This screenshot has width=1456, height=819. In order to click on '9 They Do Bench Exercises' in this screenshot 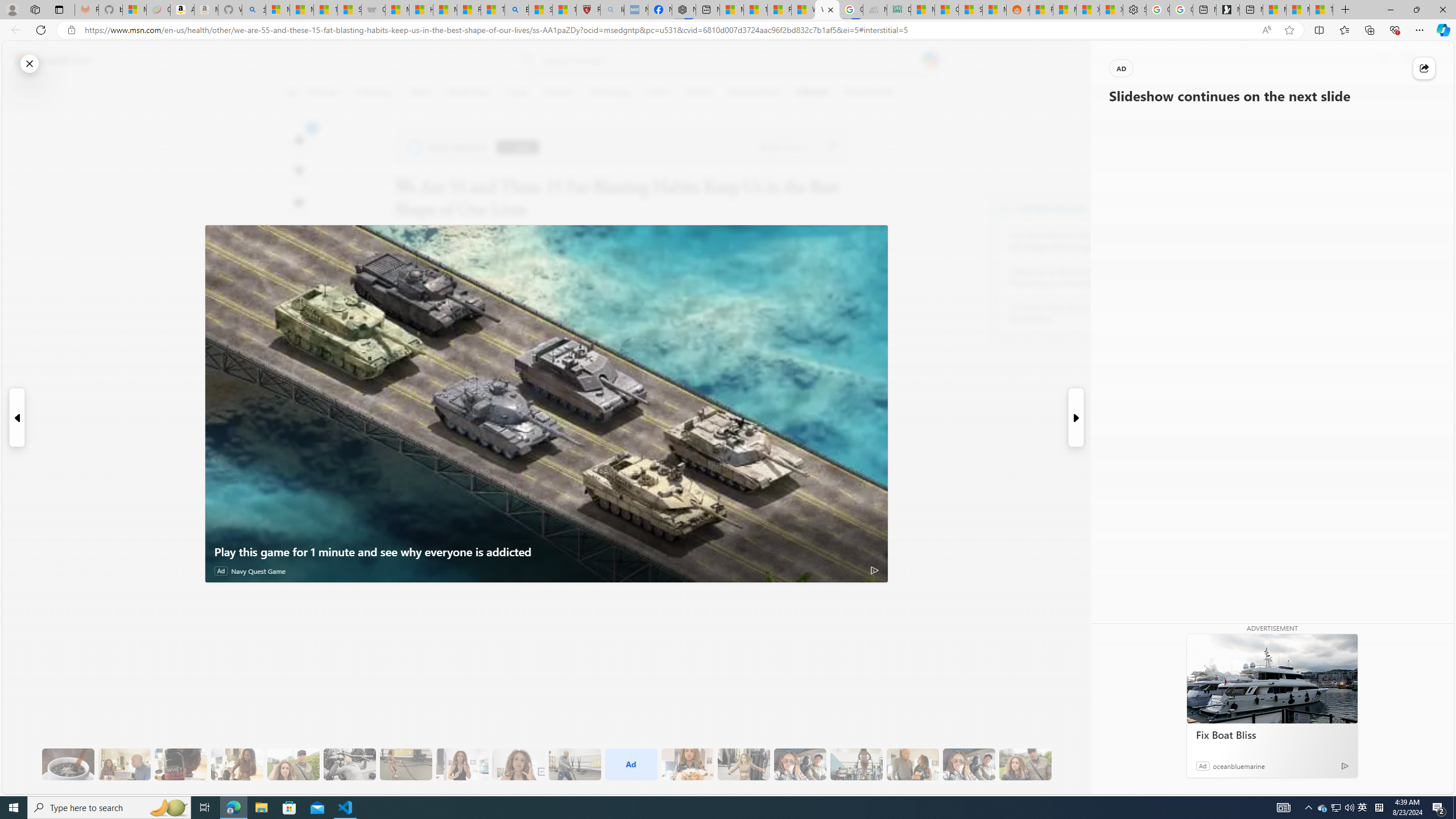, I will do `click(349, 764)`.